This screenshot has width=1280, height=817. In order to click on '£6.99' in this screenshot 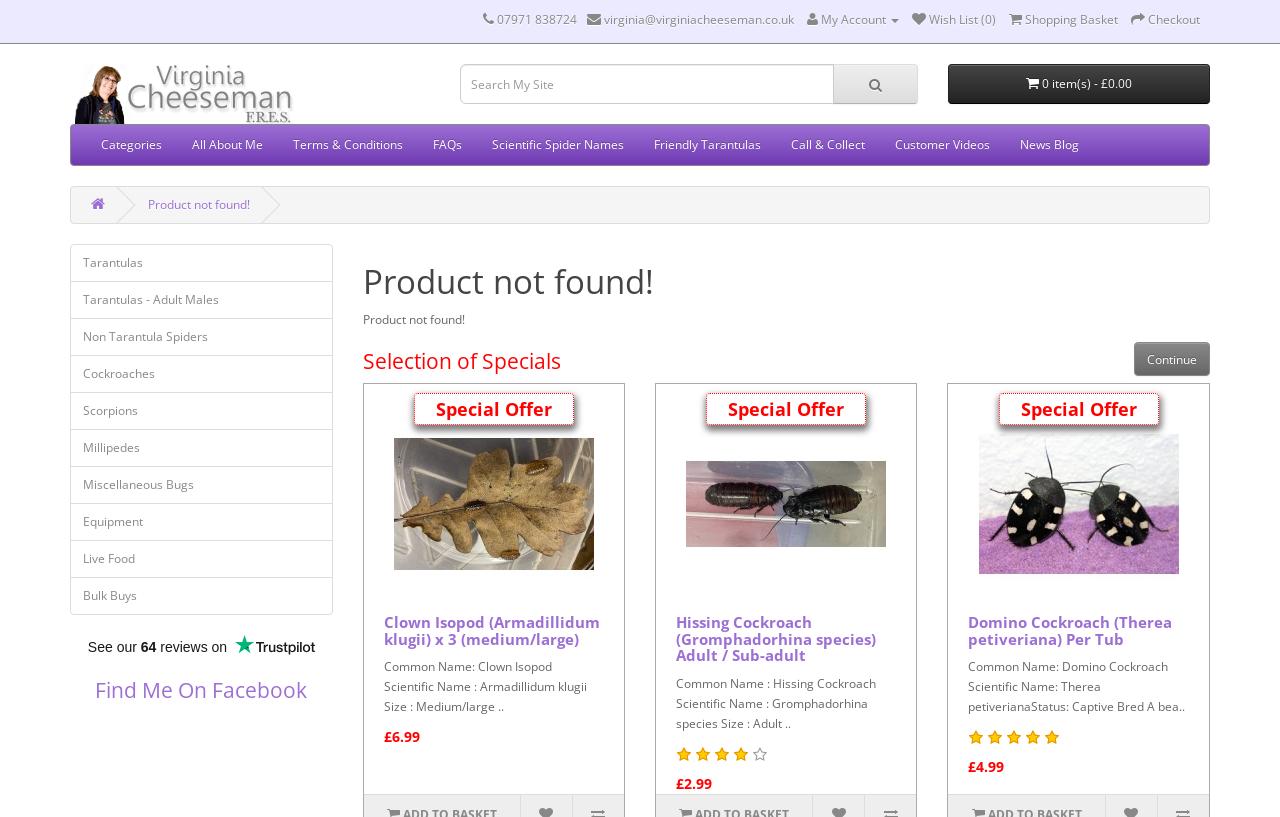, I will do `click(400, 736)`.